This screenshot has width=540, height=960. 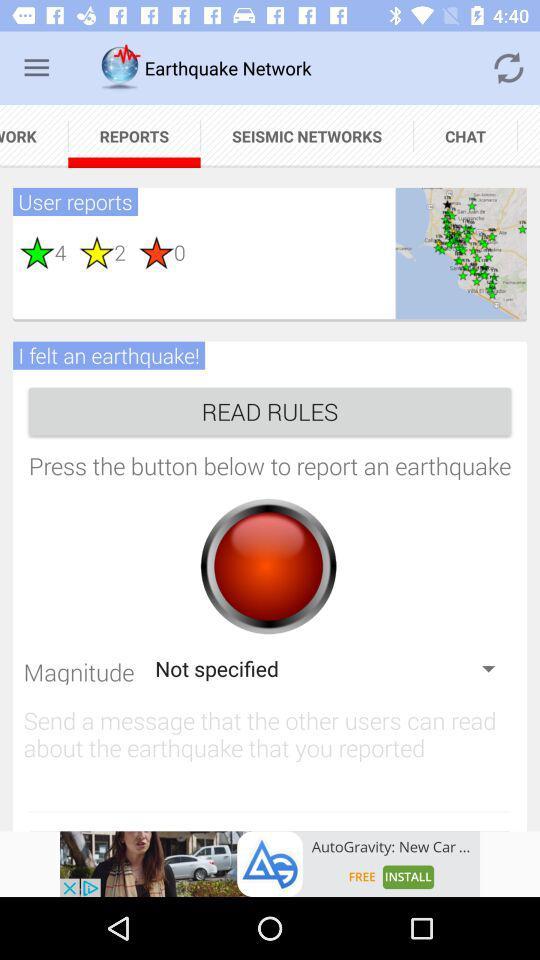 What do you see at coordinates (89, 251) in the screenshot?
I see `the star icon` at bounding box center [89, 251].